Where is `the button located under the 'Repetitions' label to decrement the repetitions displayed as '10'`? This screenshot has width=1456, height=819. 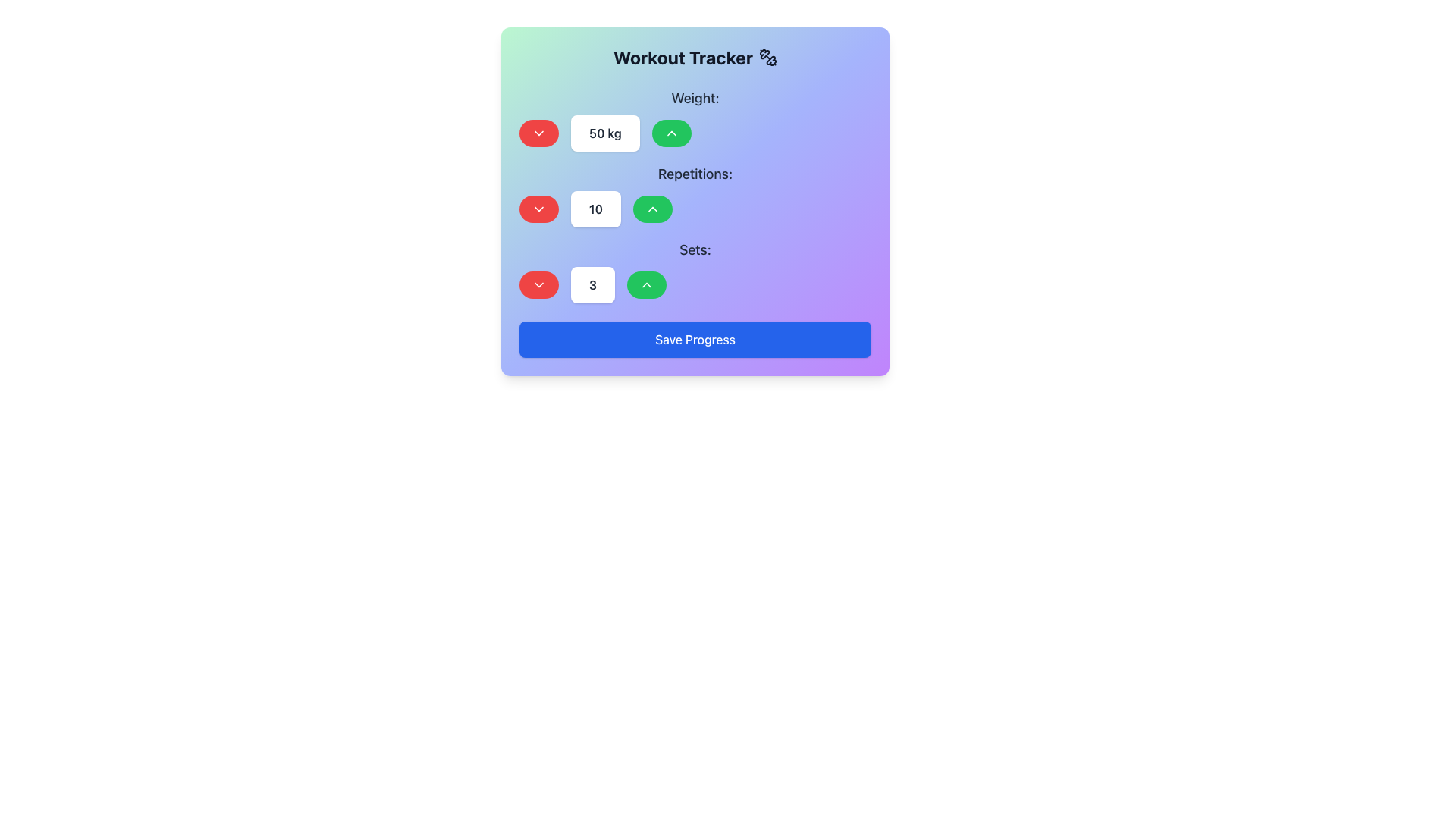 the button located under the 'Repetitions' label to decrement the repetitions displayed as '10' is located at coordinates (538, 209).